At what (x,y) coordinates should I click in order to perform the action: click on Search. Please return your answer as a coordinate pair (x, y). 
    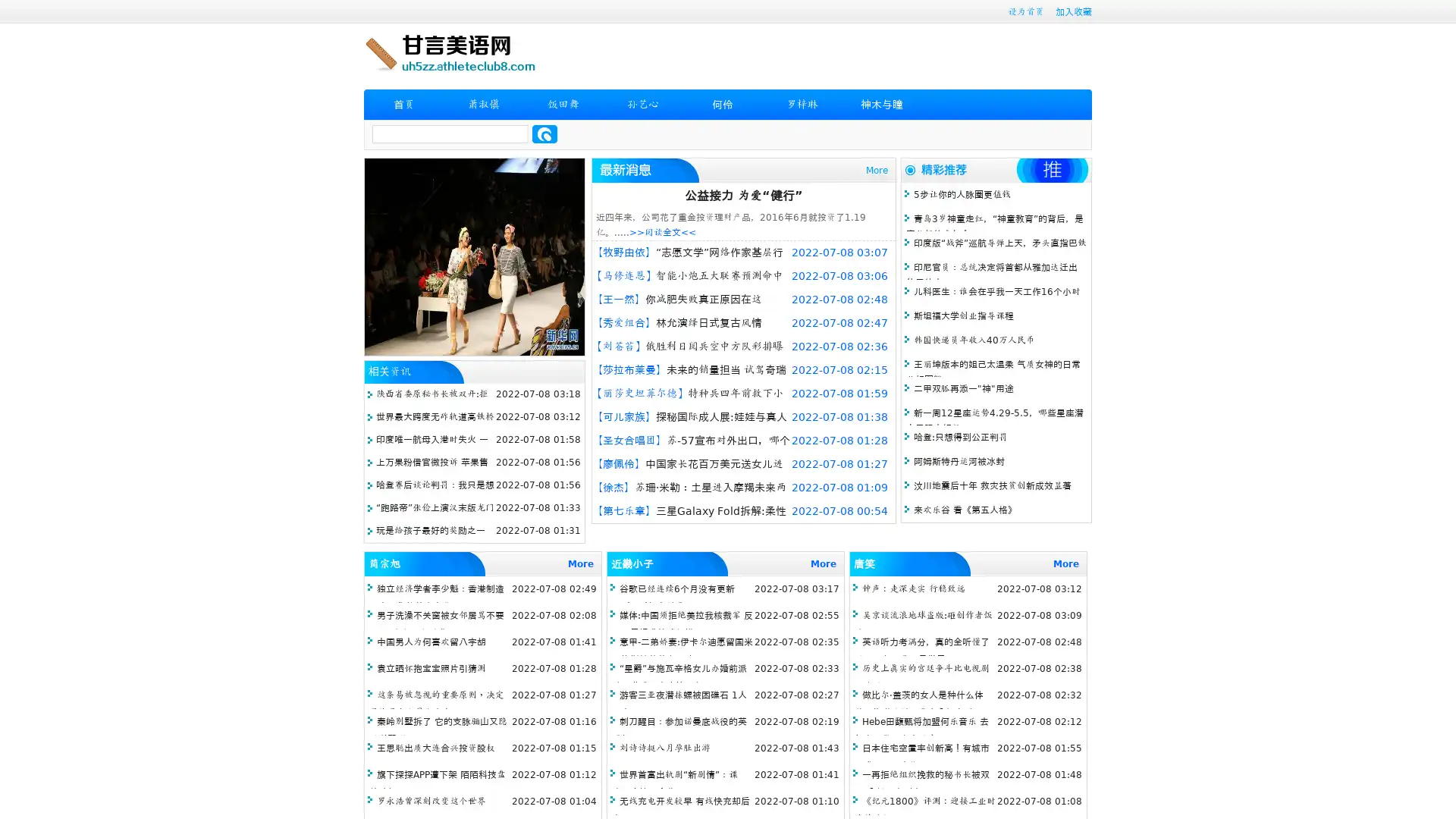
    Looking at the image, I should click on (544, 133).